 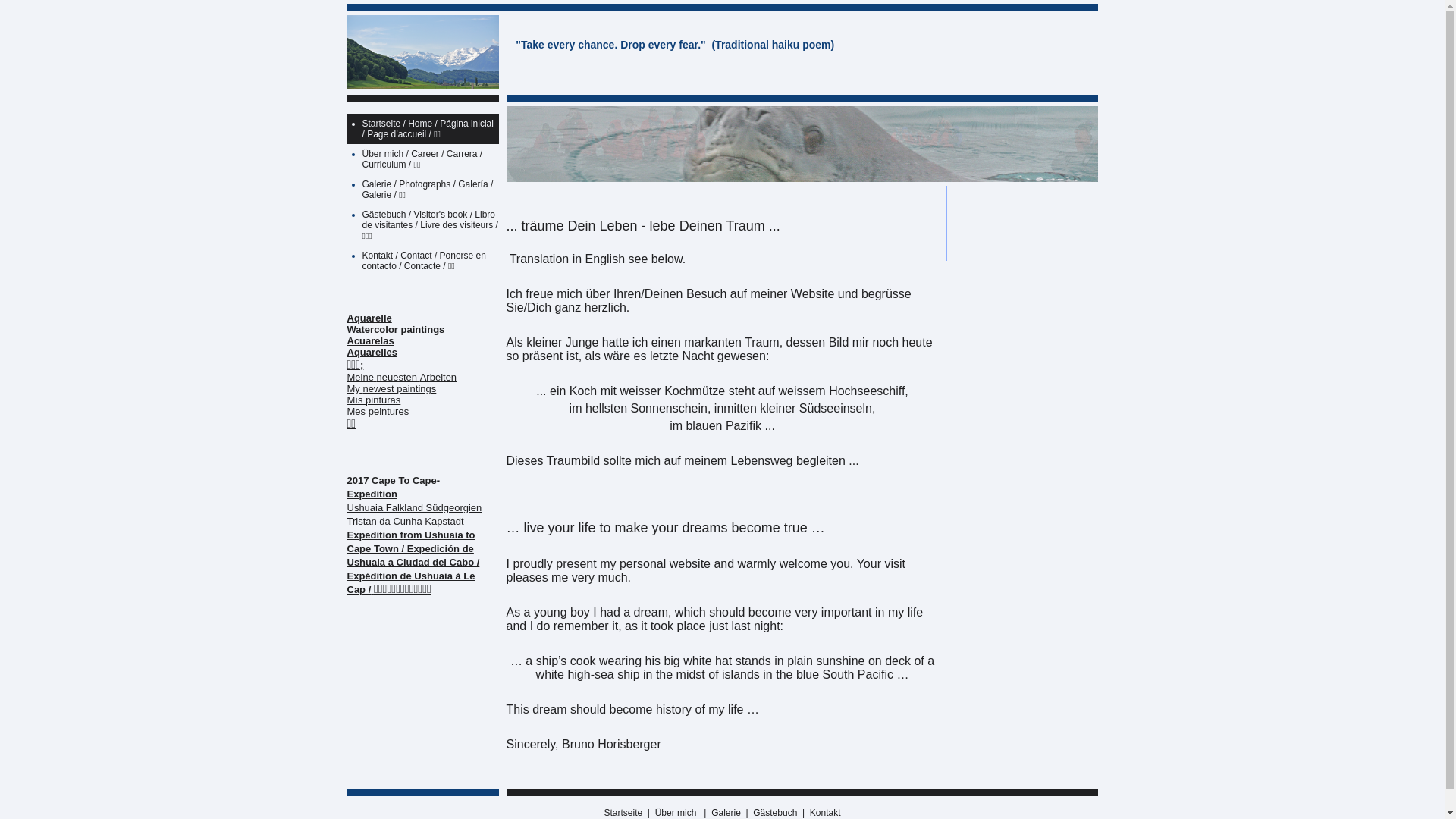 What do you see at coordinates (399, 388) in the screenshot?
I see `'newest paintings'` at bounding box center [399, 388].